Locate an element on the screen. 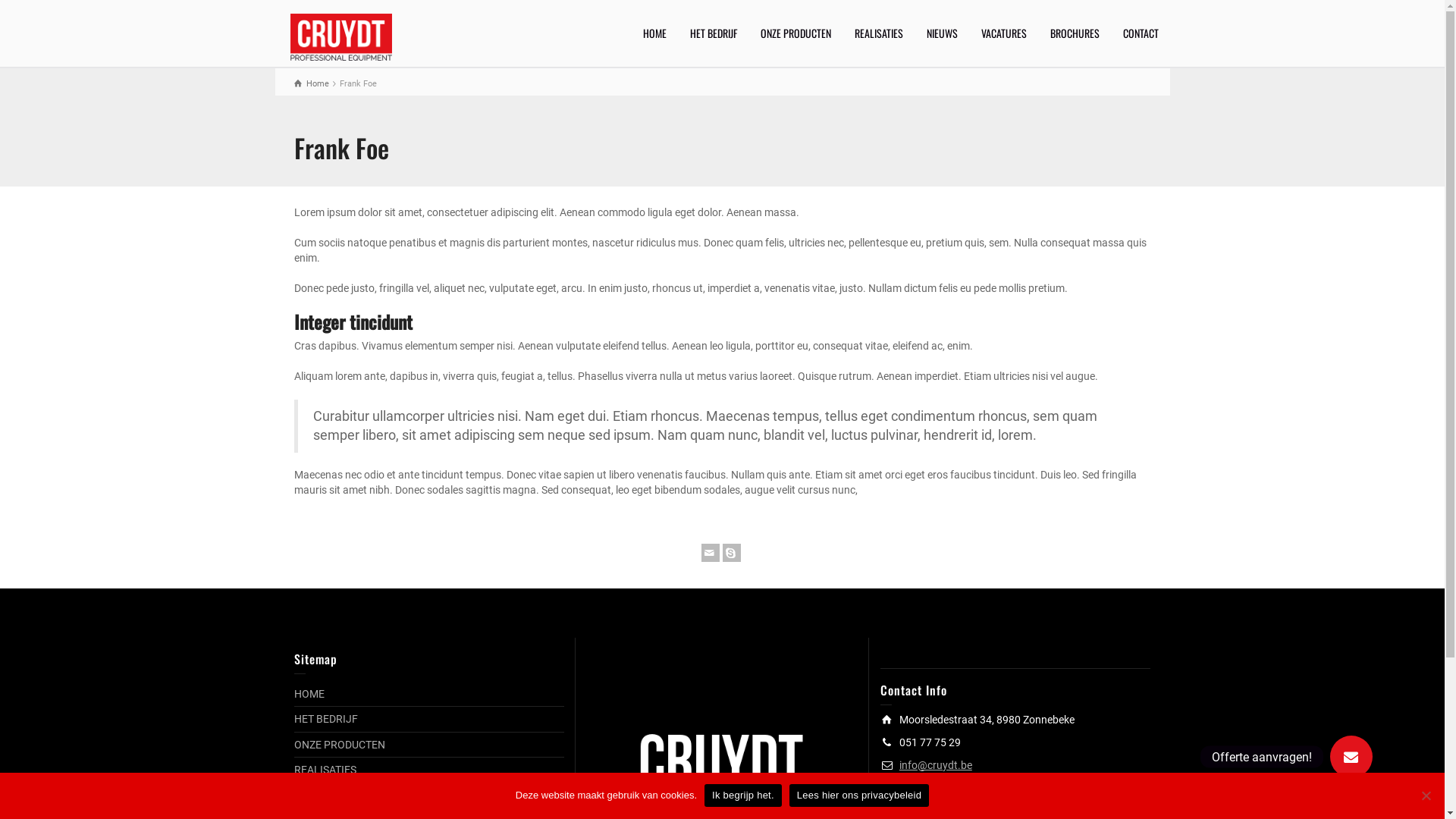 The width and height of the screenshot is (1456, 819). 'Skype' is located at coordinates (720, 553).